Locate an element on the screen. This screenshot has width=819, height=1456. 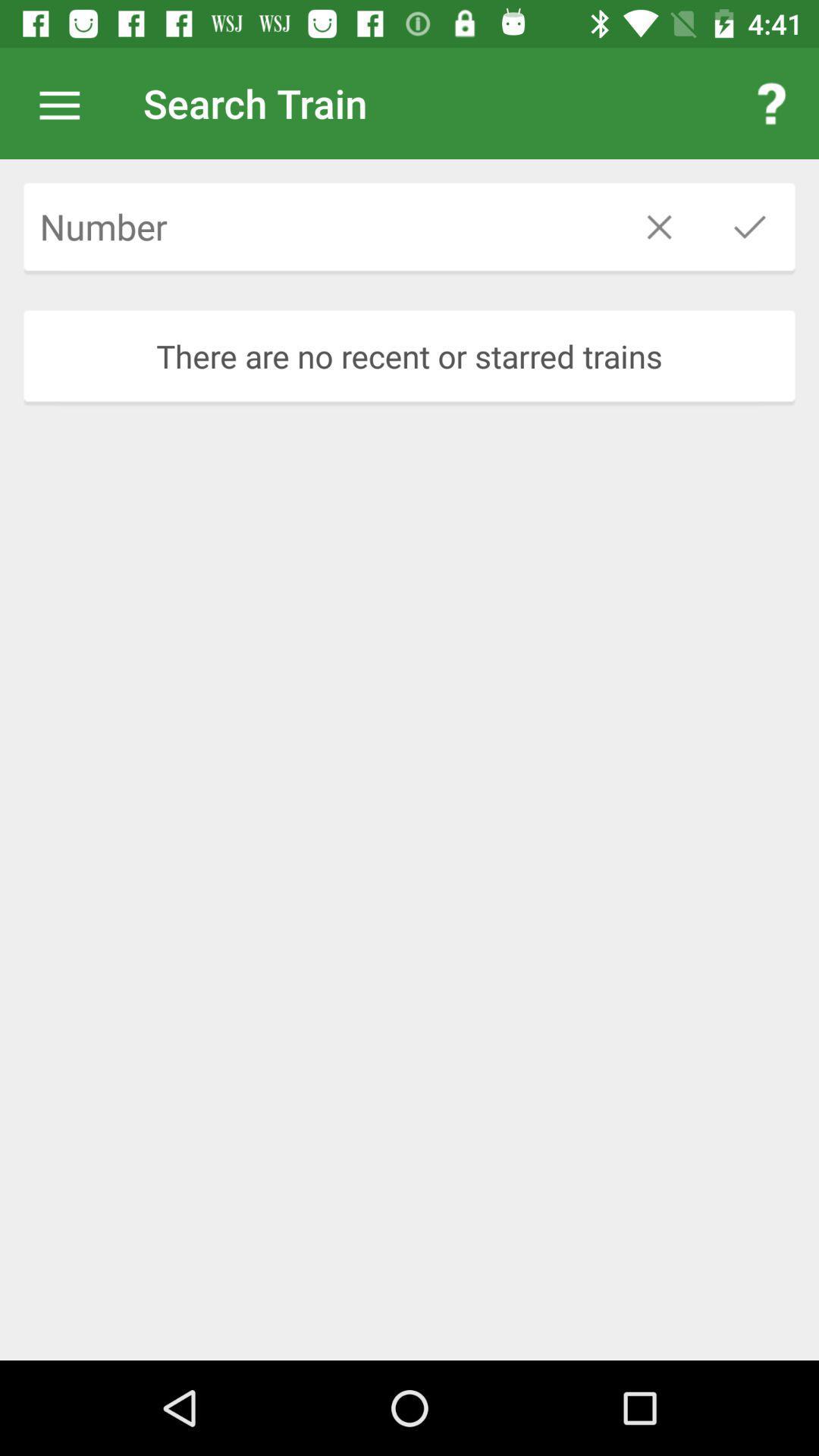
train number to be searched is located at coordinates (318, 226).